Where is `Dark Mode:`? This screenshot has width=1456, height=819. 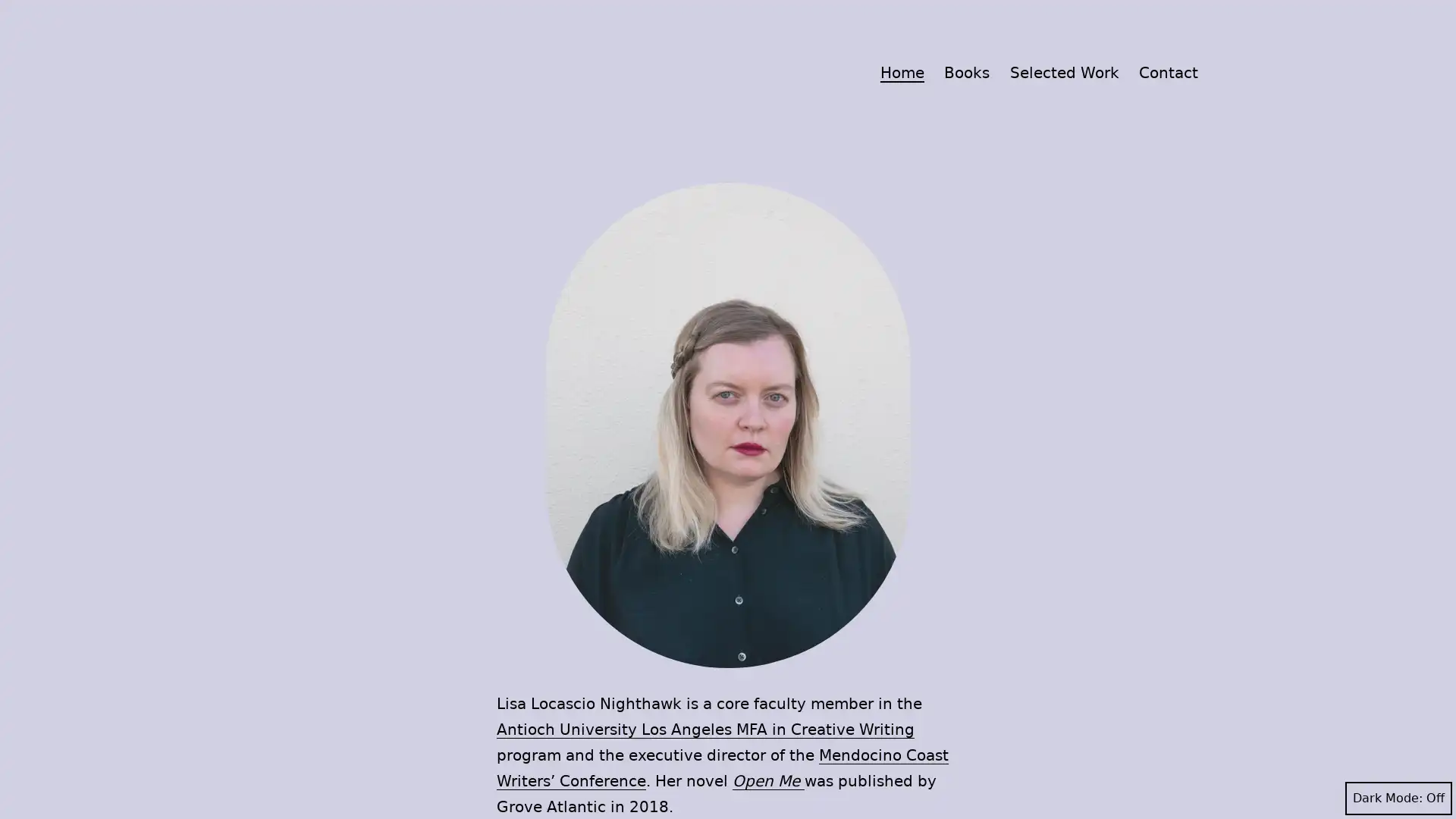 Dark Mode: is located at coordinates (1398, 798).